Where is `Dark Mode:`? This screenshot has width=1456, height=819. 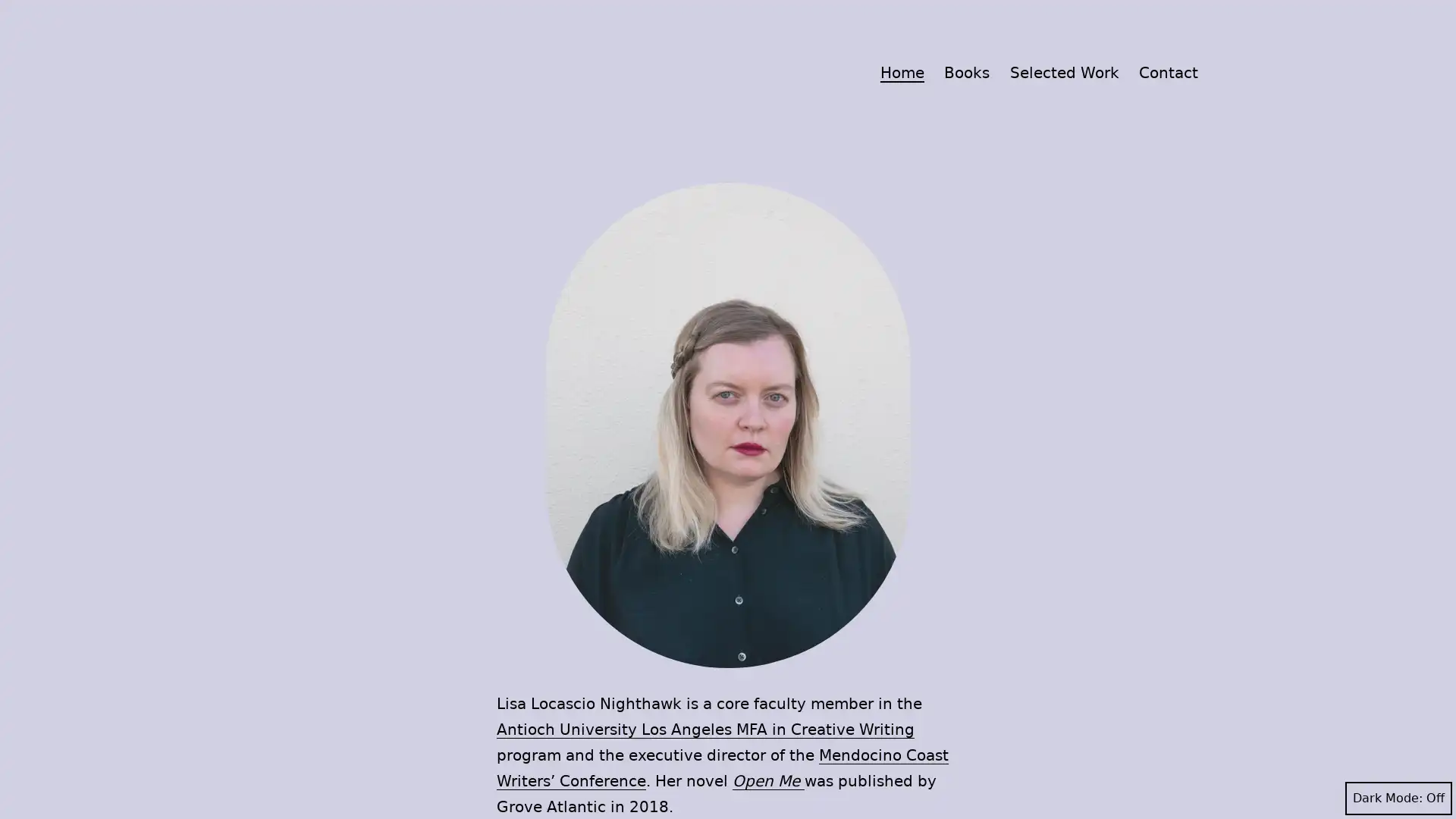 Dark Mode: is located at coordinates (1398, 798).